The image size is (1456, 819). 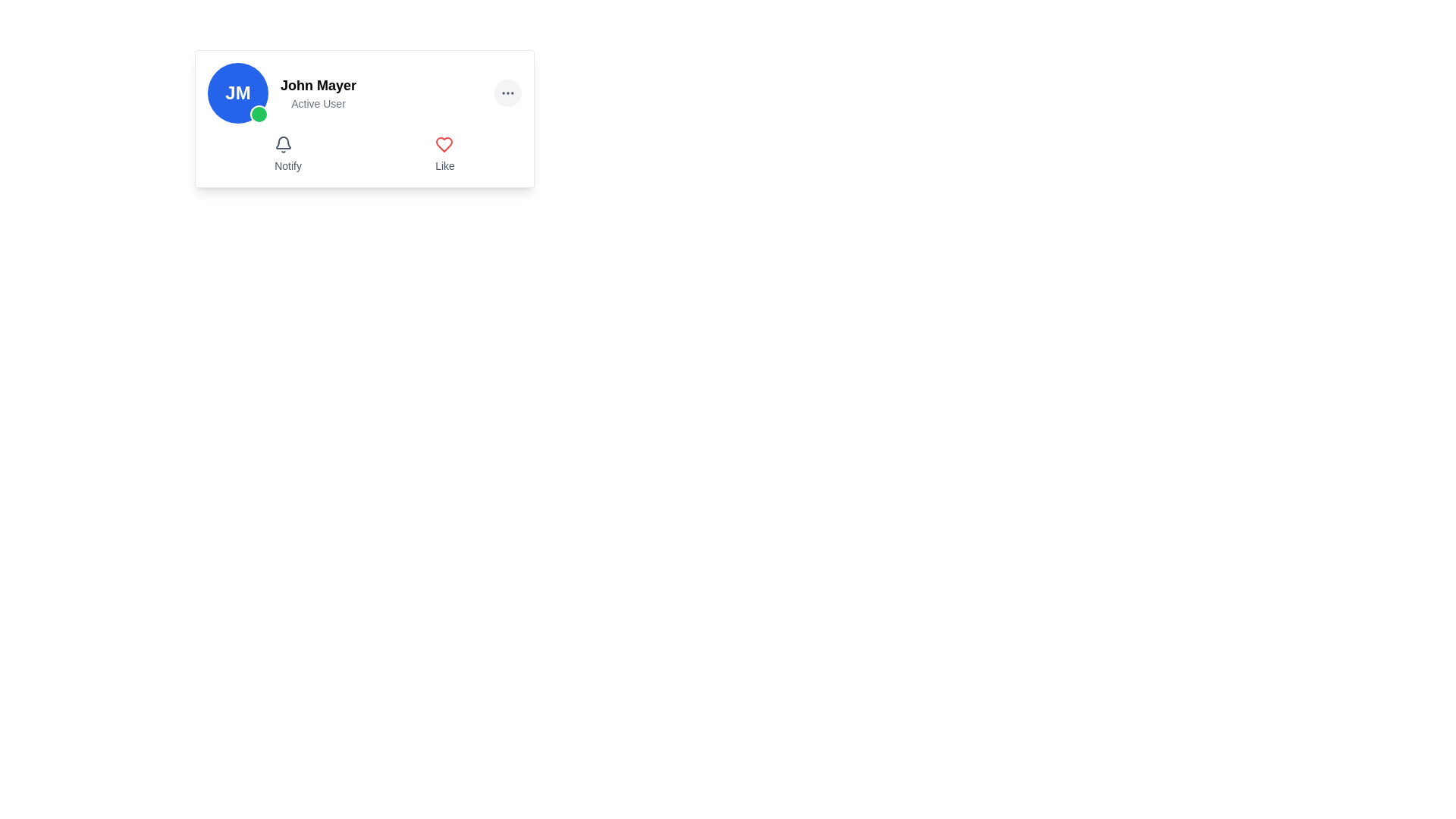 What do you see at coordinates (287, 166) in the screenshot?
I see `the text label containing the word 'Notify', which is styled in gray and located below a bell icon` at bounding box center [287, 166].